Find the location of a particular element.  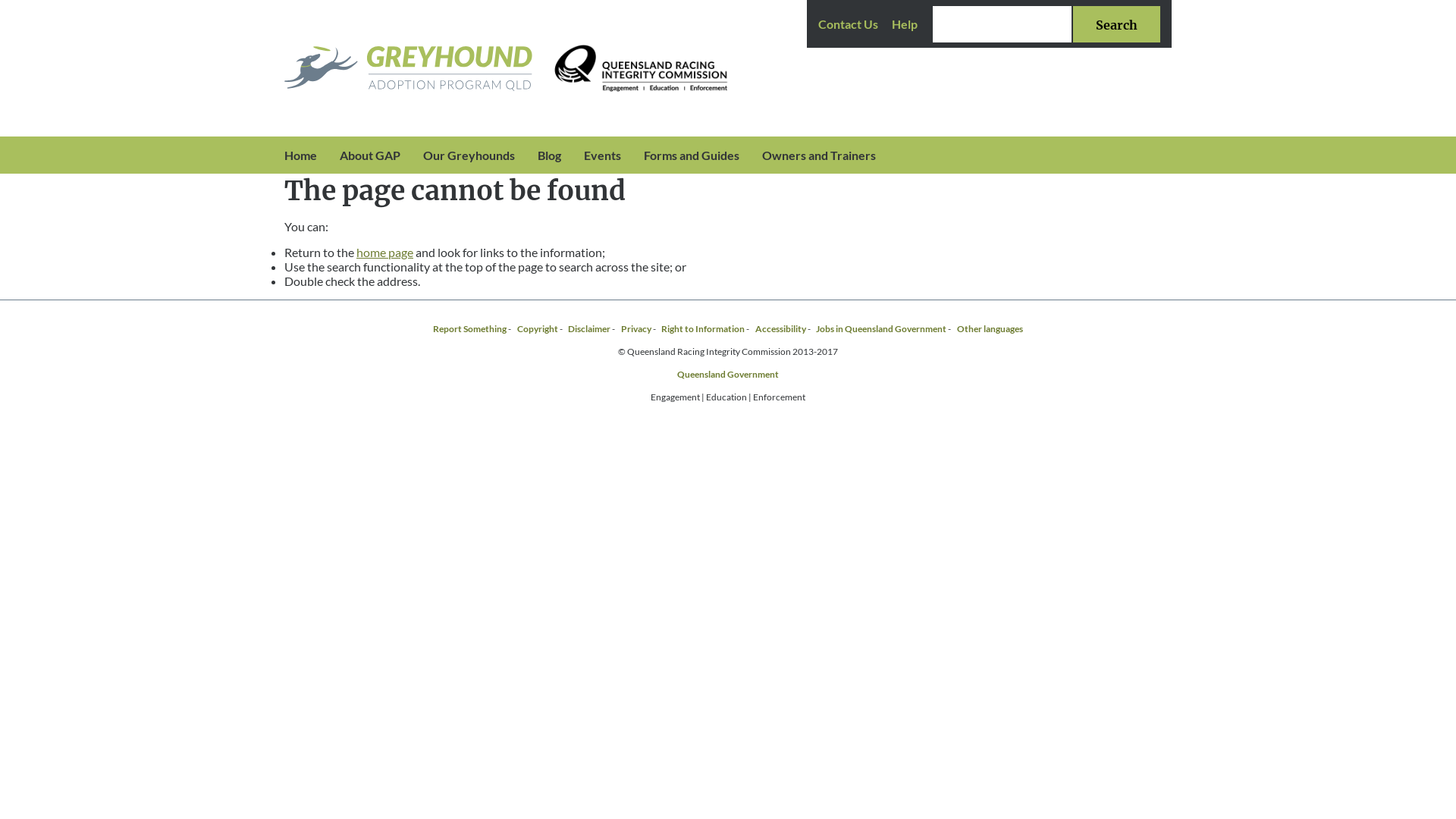

'Events' is located at coordinates (571, 155).